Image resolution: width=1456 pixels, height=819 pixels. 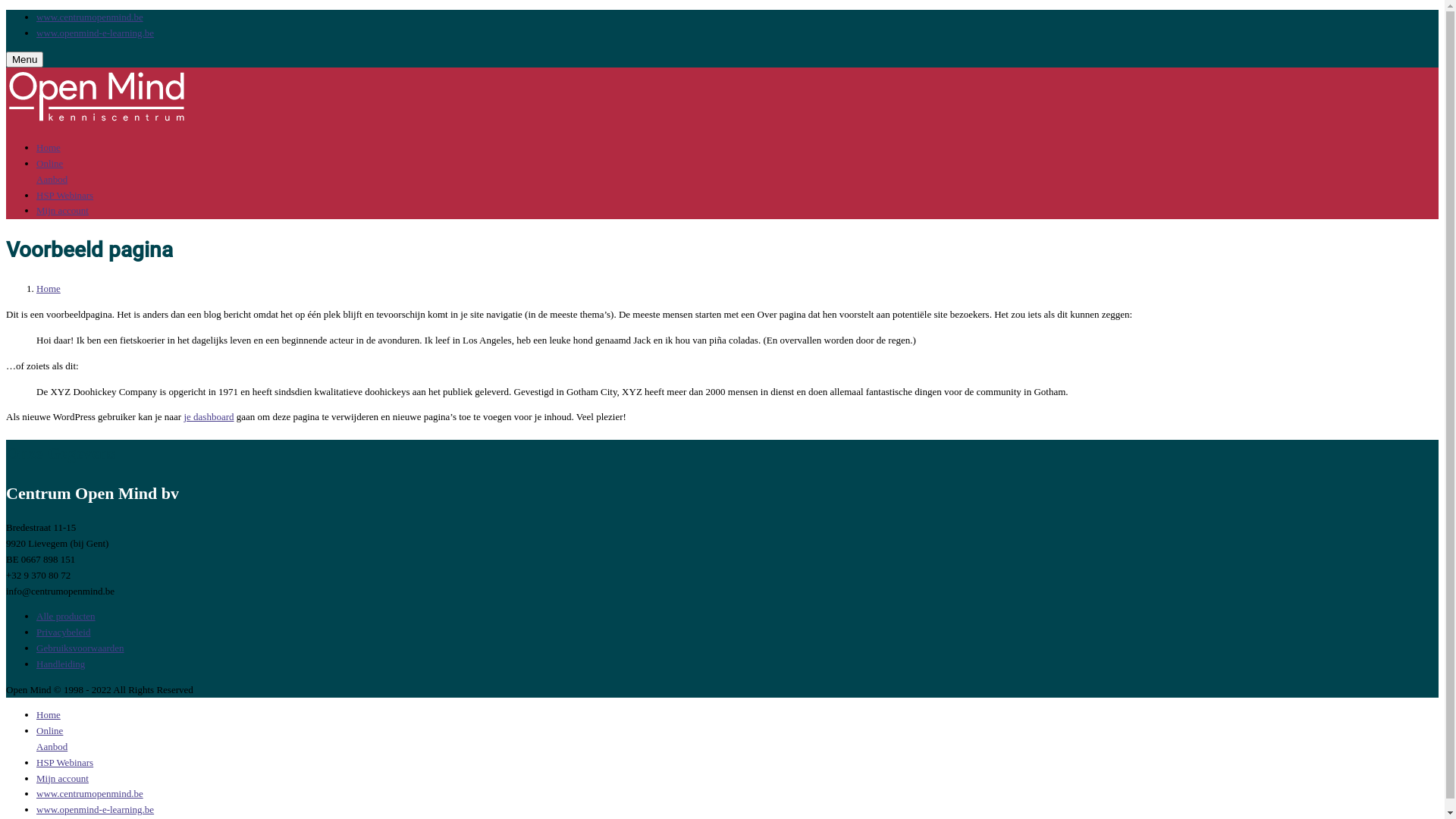 I want to click on 'Privacybeleid', so click(x=62, y=632).